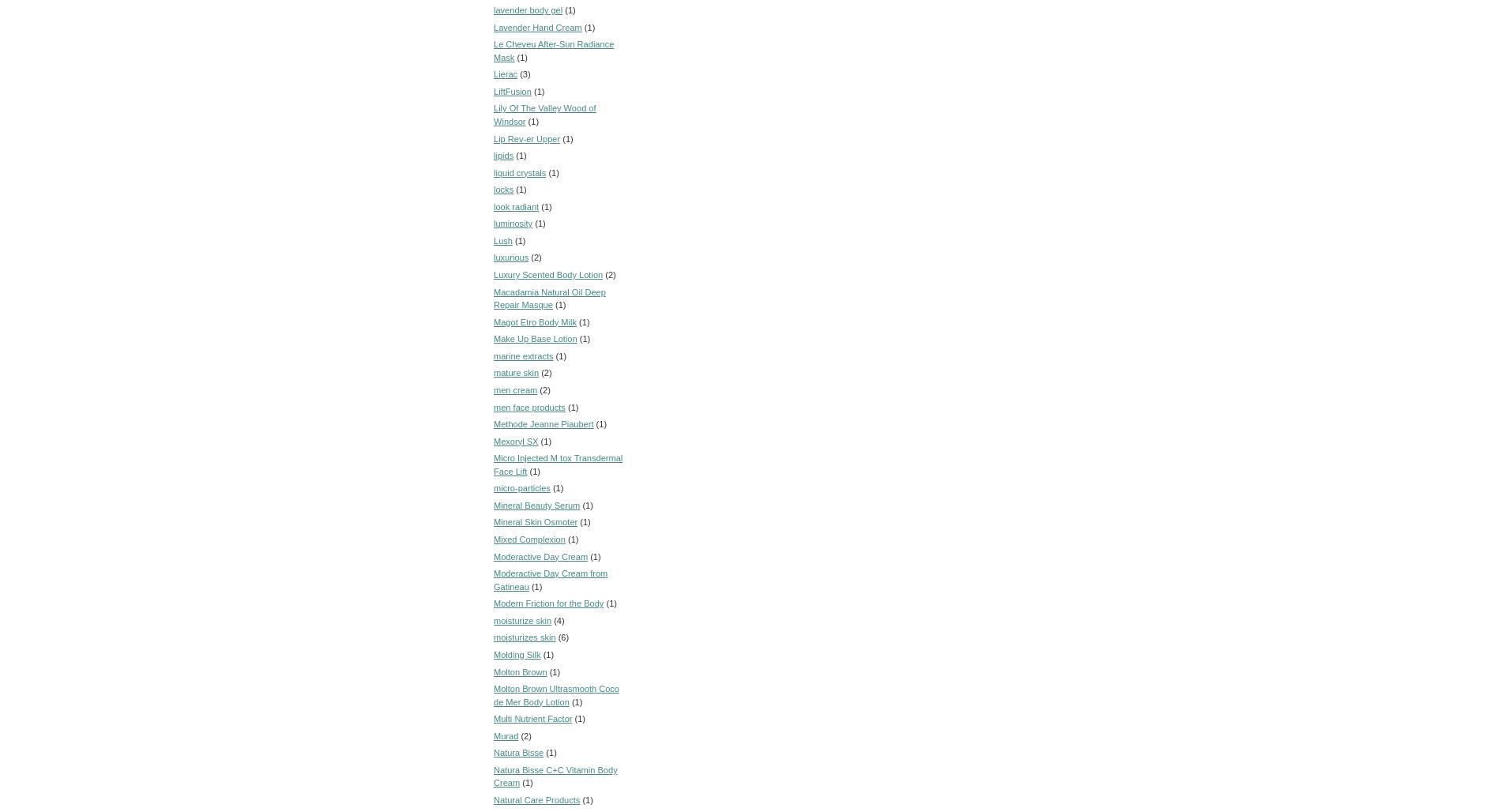  I want to click on 'Natural Care Products', so click(493, 799).